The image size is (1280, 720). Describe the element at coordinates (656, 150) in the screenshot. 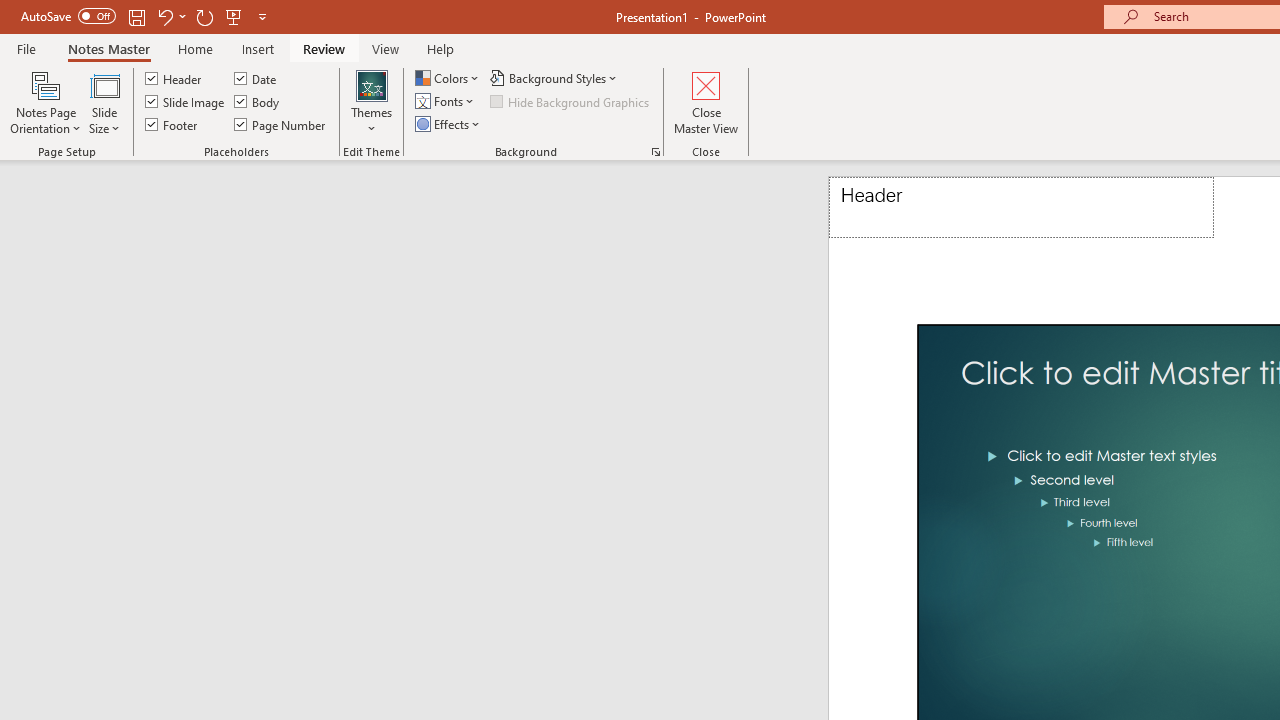

I see `'Format Background...'` at that location.